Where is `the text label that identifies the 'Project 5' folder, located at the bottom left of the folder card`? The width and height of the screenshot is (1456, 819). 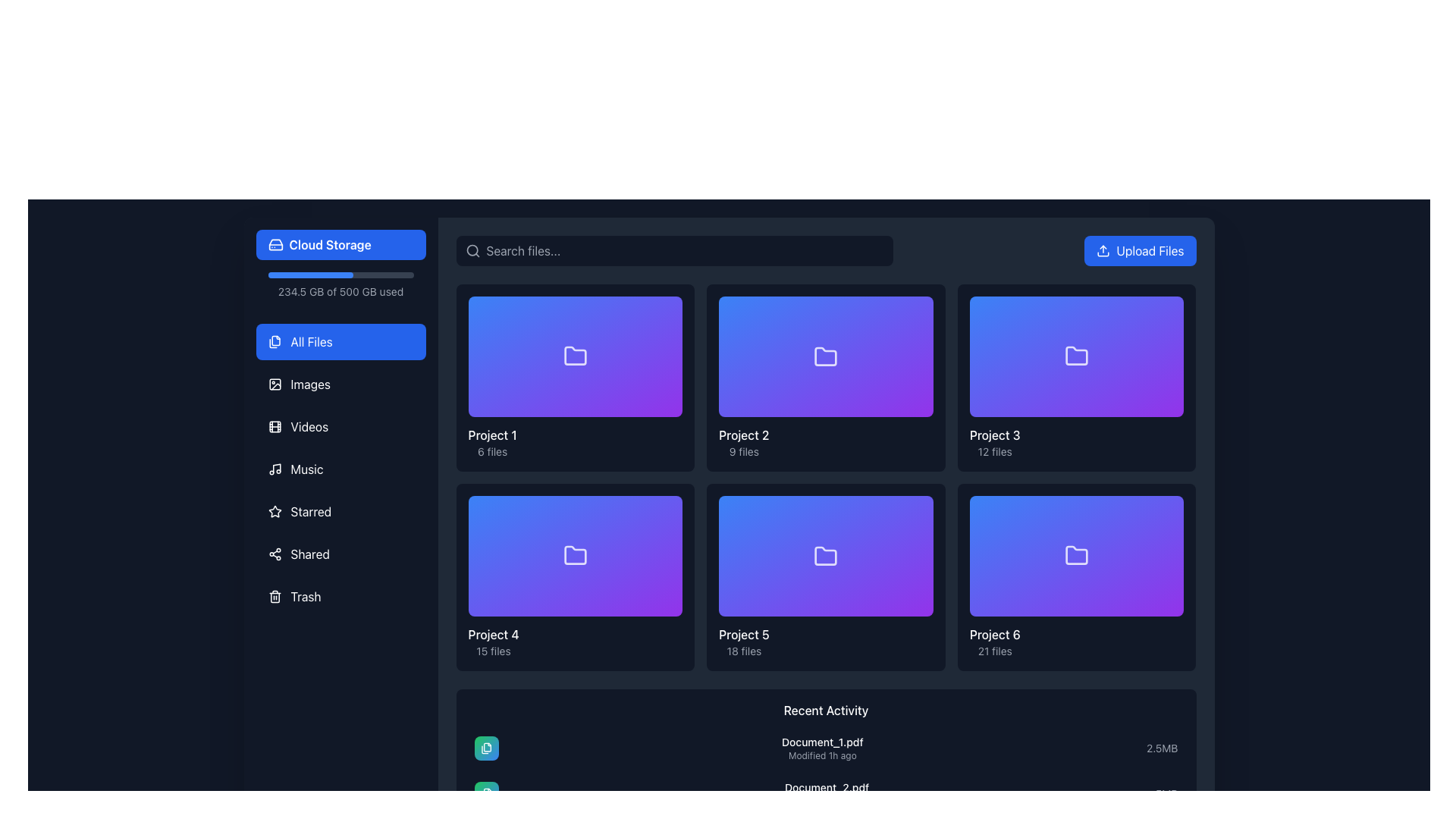 the text label that identifies the 'Project 5' folder, located at the bottom left of the folder card is located at coordinates (744, 635).